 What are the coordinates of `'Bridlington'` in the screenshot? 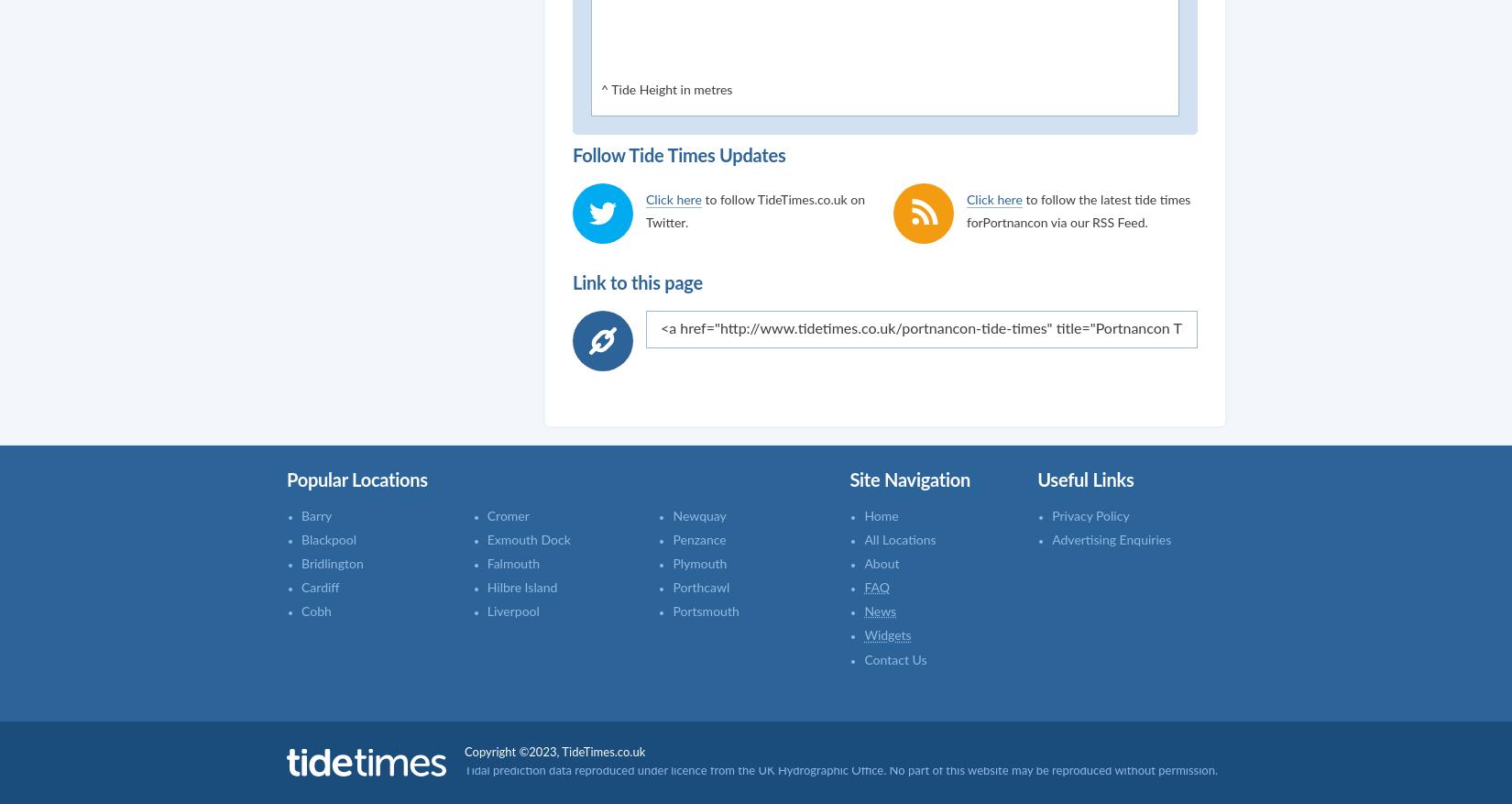 It's located at (332, 563).